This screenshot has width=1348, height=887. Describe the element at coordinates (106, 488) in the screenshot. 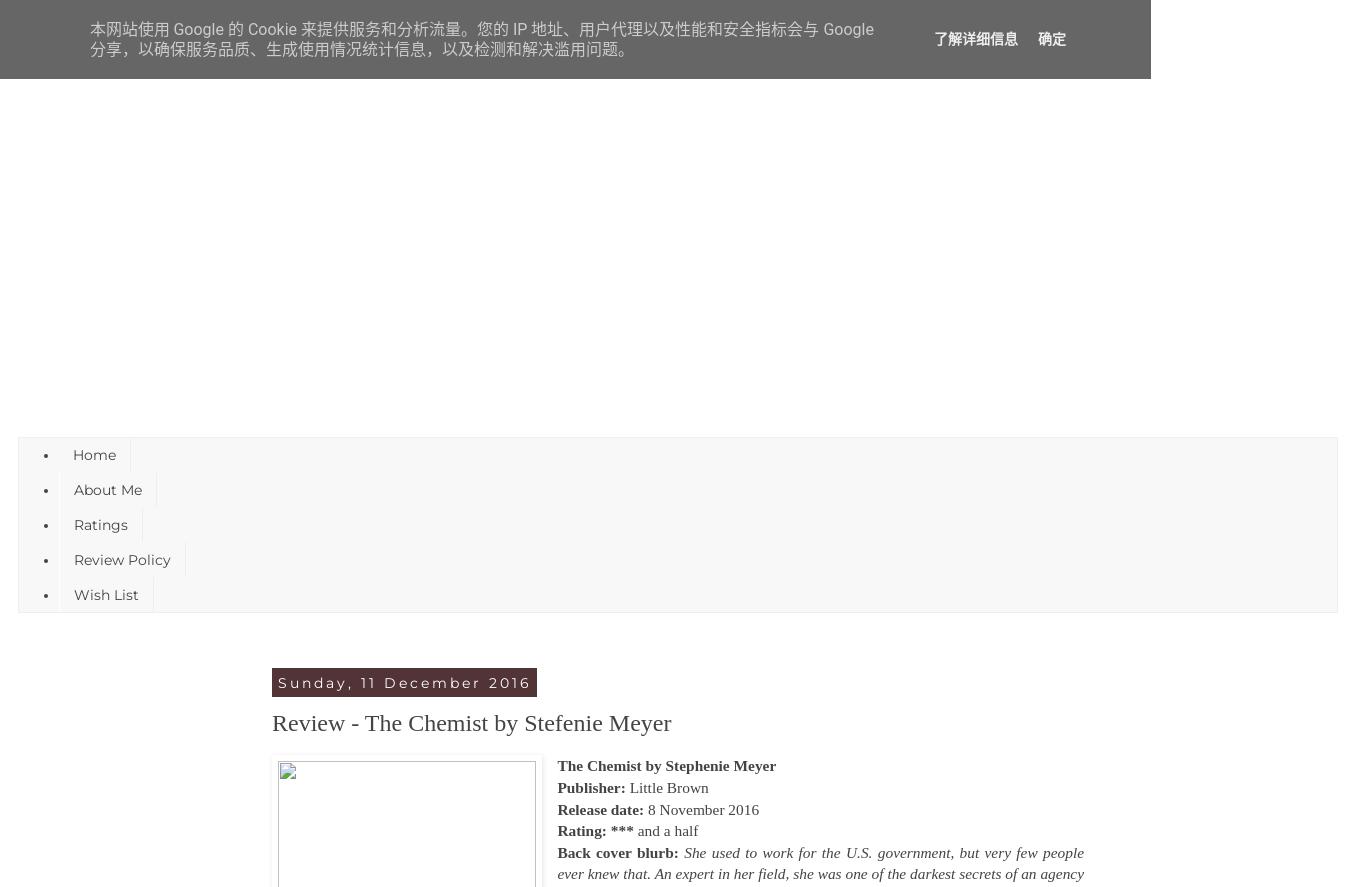

I see `'About Me'` at that location.